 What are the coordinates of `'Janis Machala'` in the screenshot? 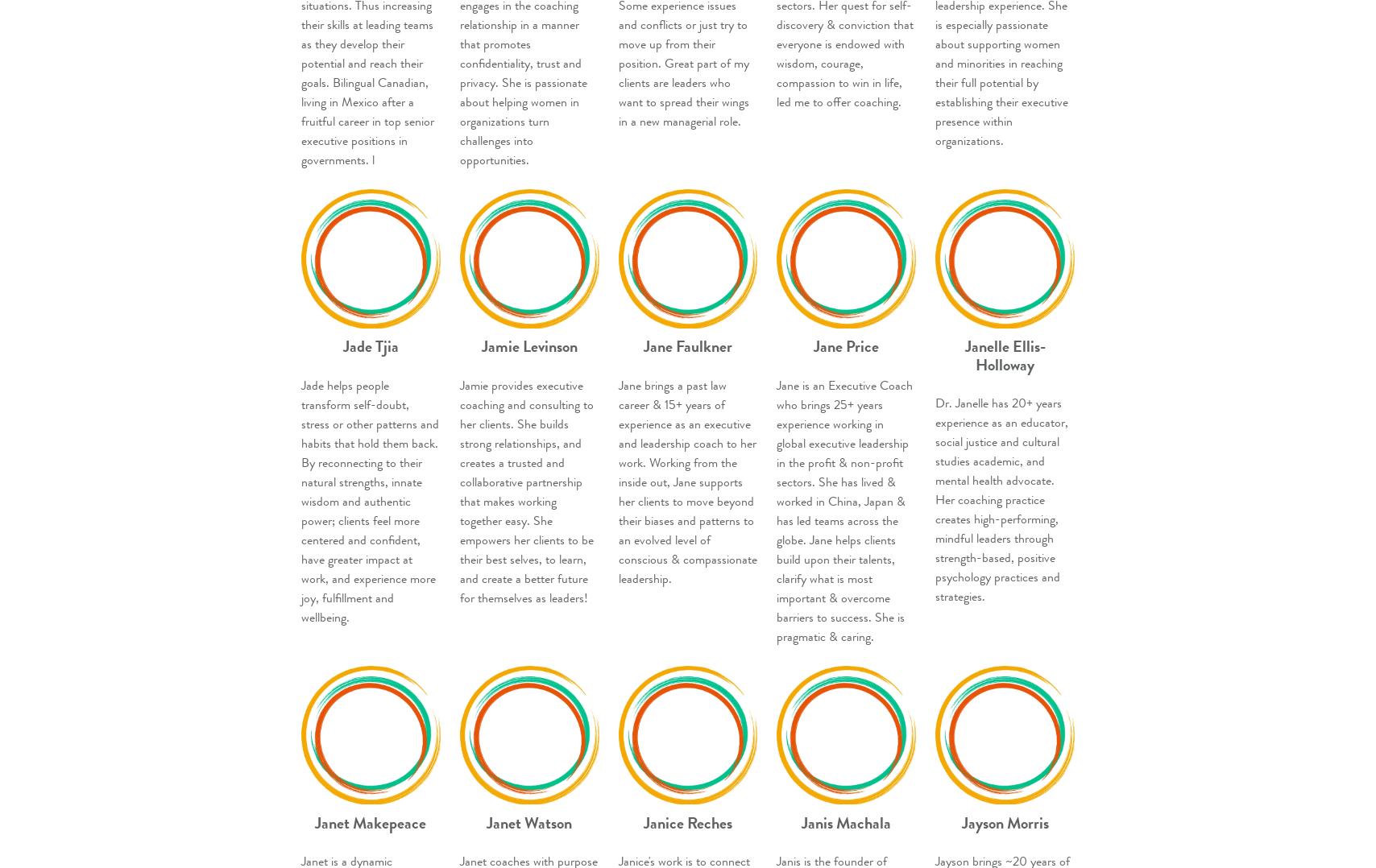 It's located at (846, 821).